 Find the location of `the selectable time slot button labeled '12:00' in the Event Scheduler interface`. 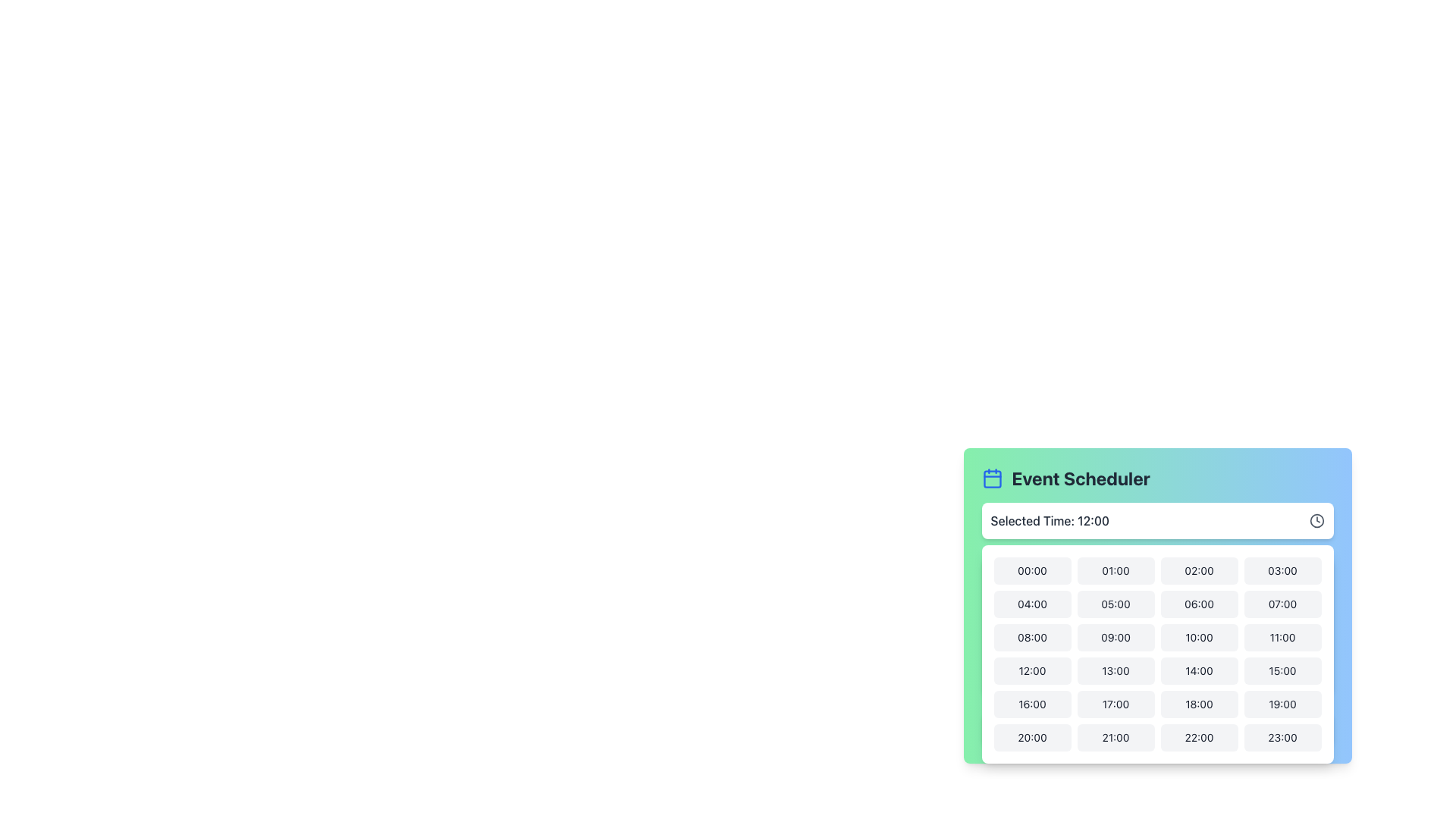

the selectable time slot button labeled '12:00' in the Event Scheduler interface is located at coordinates (1031, 670).